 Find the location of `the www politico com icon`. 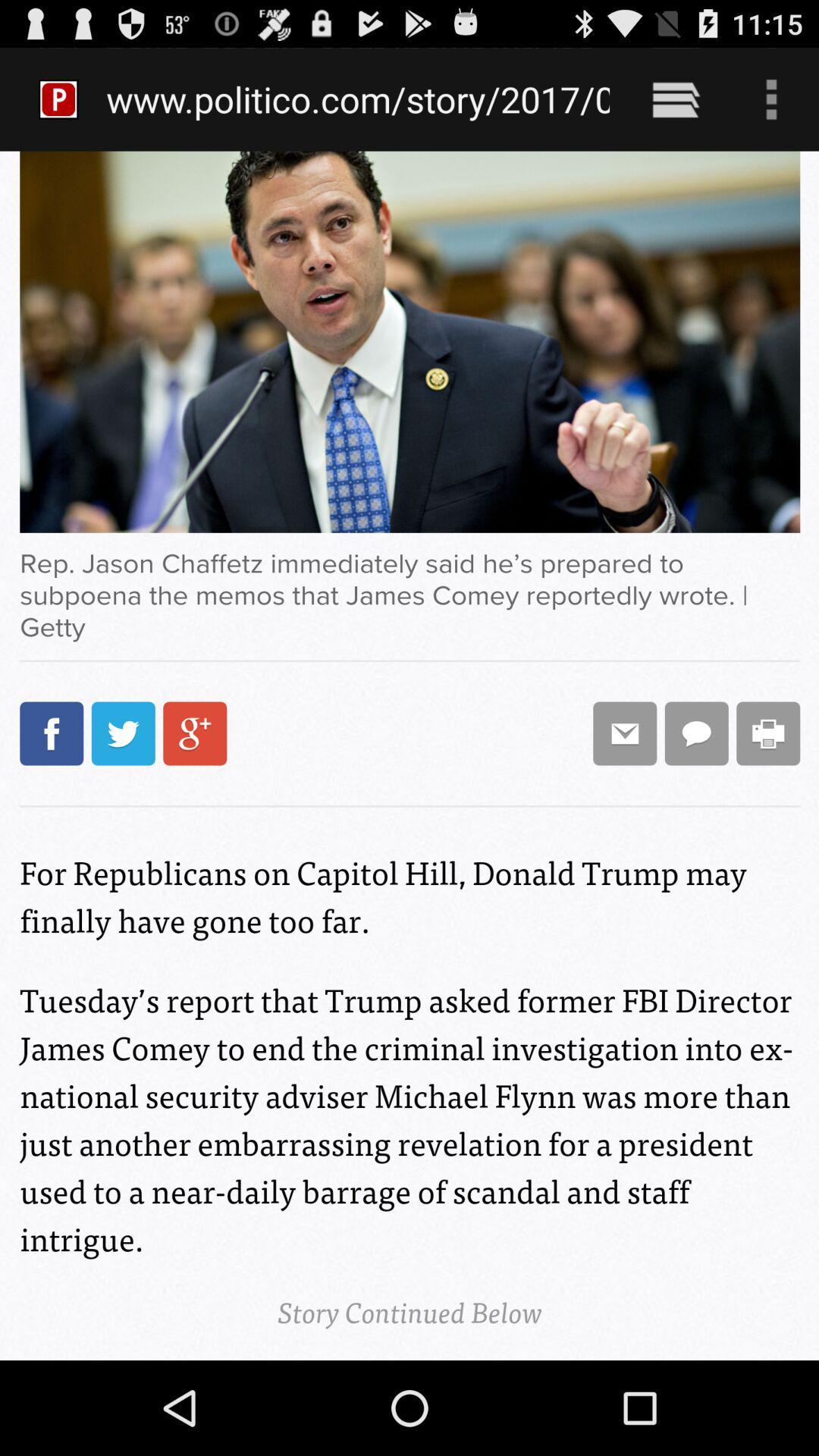

the www politico com icon is located at coordinates (358, 99).